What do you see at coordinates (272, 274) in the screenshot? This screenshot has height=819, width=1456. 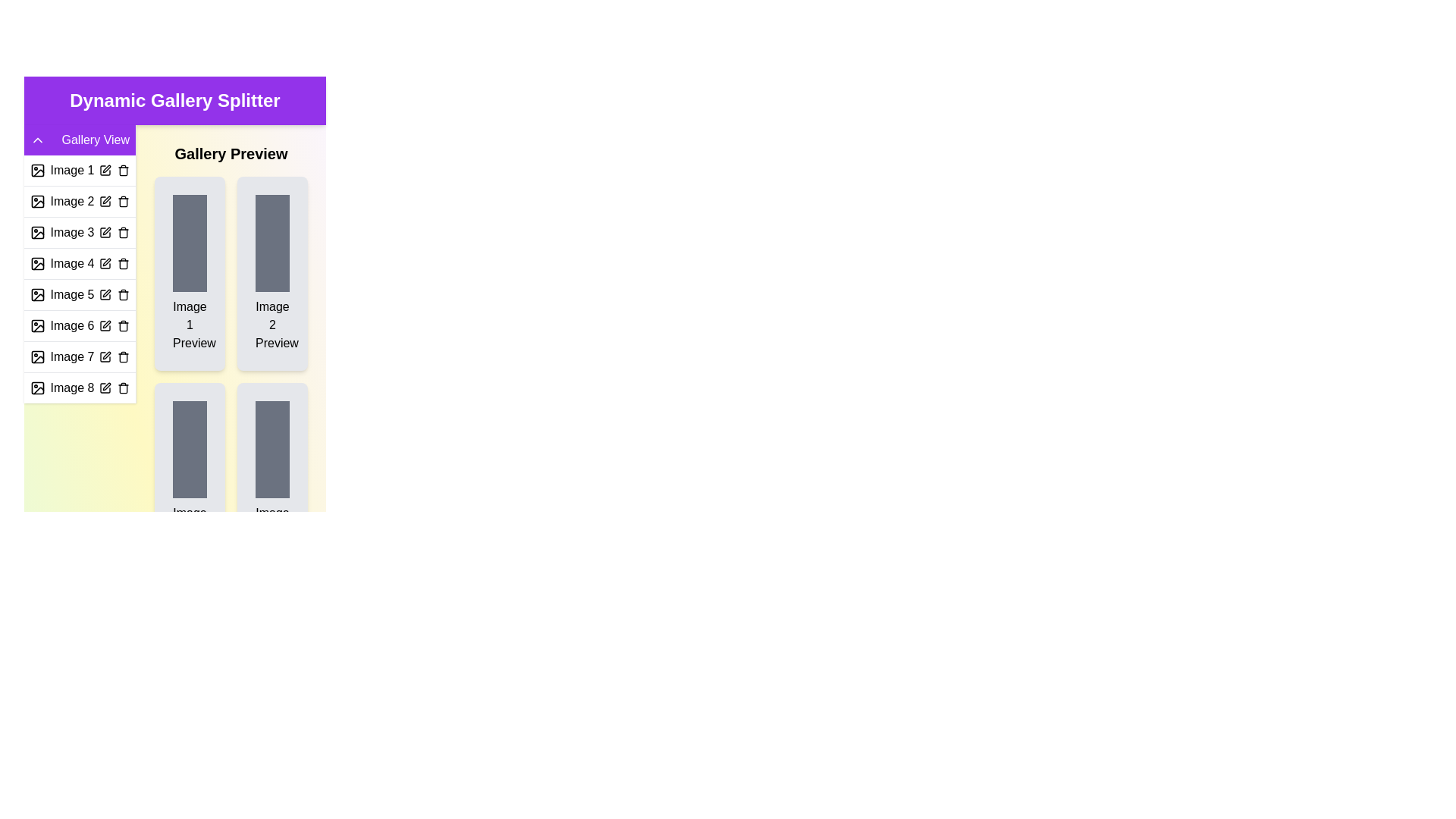 I see `the second Card component in the 'Gallery Preview' section` at bounding box center [272, 274].